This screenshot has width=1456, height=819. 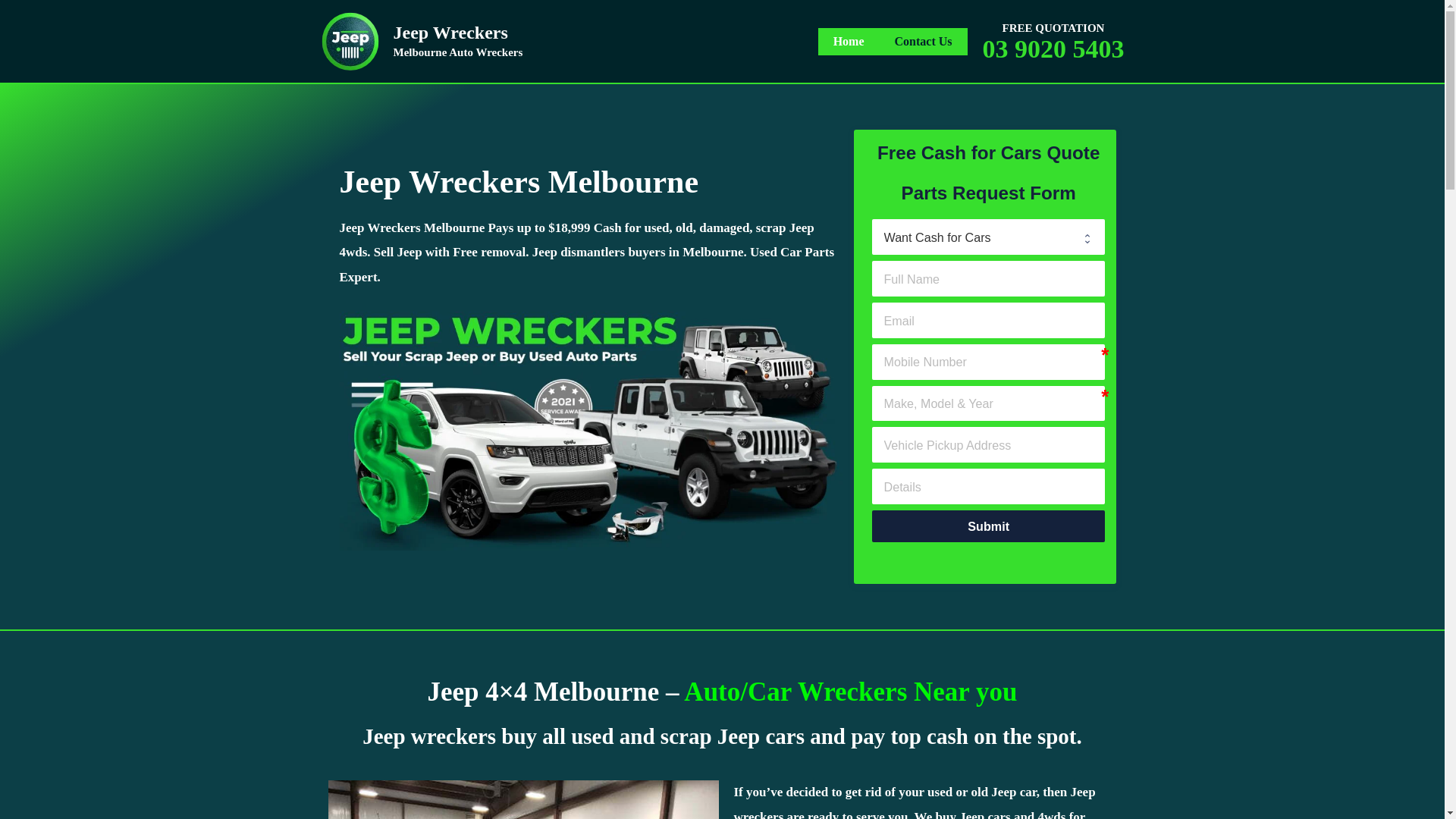 What do you see at coordinates (923, 40) in the screenshot?
I see `'Contact Us'` at bounding box center [923, 40].